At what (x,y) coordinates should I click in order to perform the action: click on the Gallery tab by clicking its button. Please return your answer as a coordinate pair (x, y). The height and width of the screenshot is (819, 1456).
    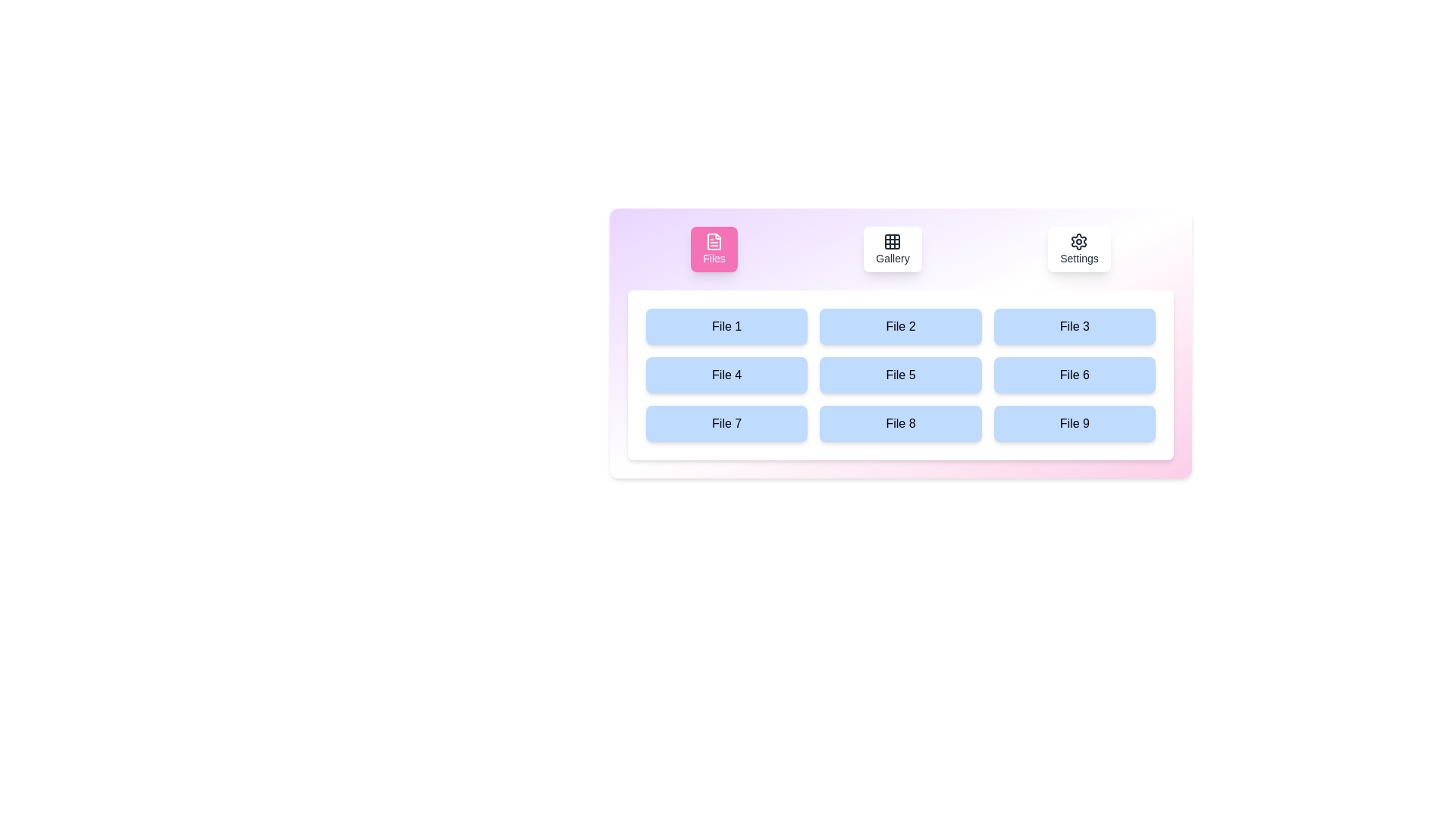
    Looking at the image, I should click on (892, 248).